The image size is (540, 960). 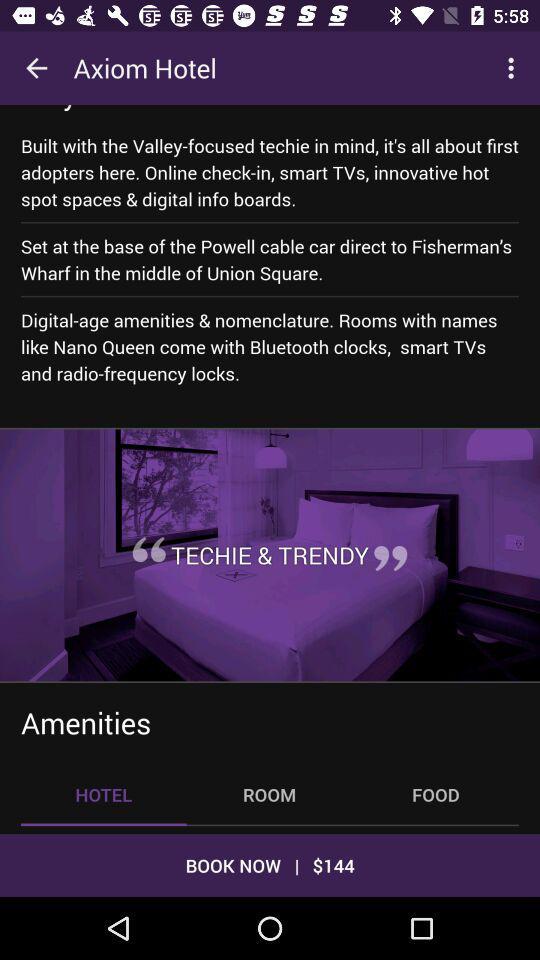 I want to click on the icon next to hotel icon, so click(x=269, y=794).